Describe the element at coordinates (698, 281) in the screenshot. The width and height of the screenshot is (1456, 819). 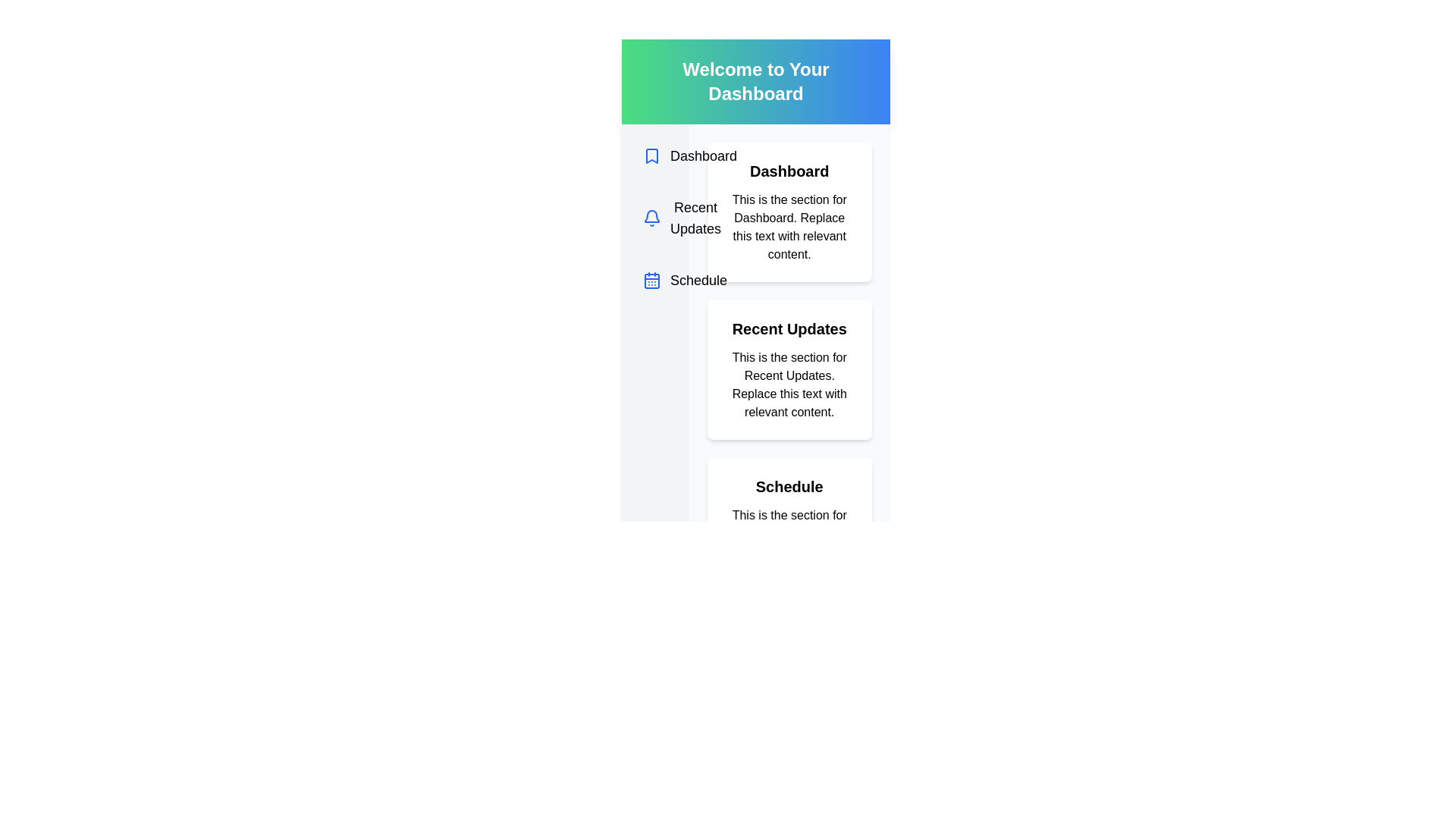
I see `the 'Schedule' text label in the left-side navigation menu` at that location.